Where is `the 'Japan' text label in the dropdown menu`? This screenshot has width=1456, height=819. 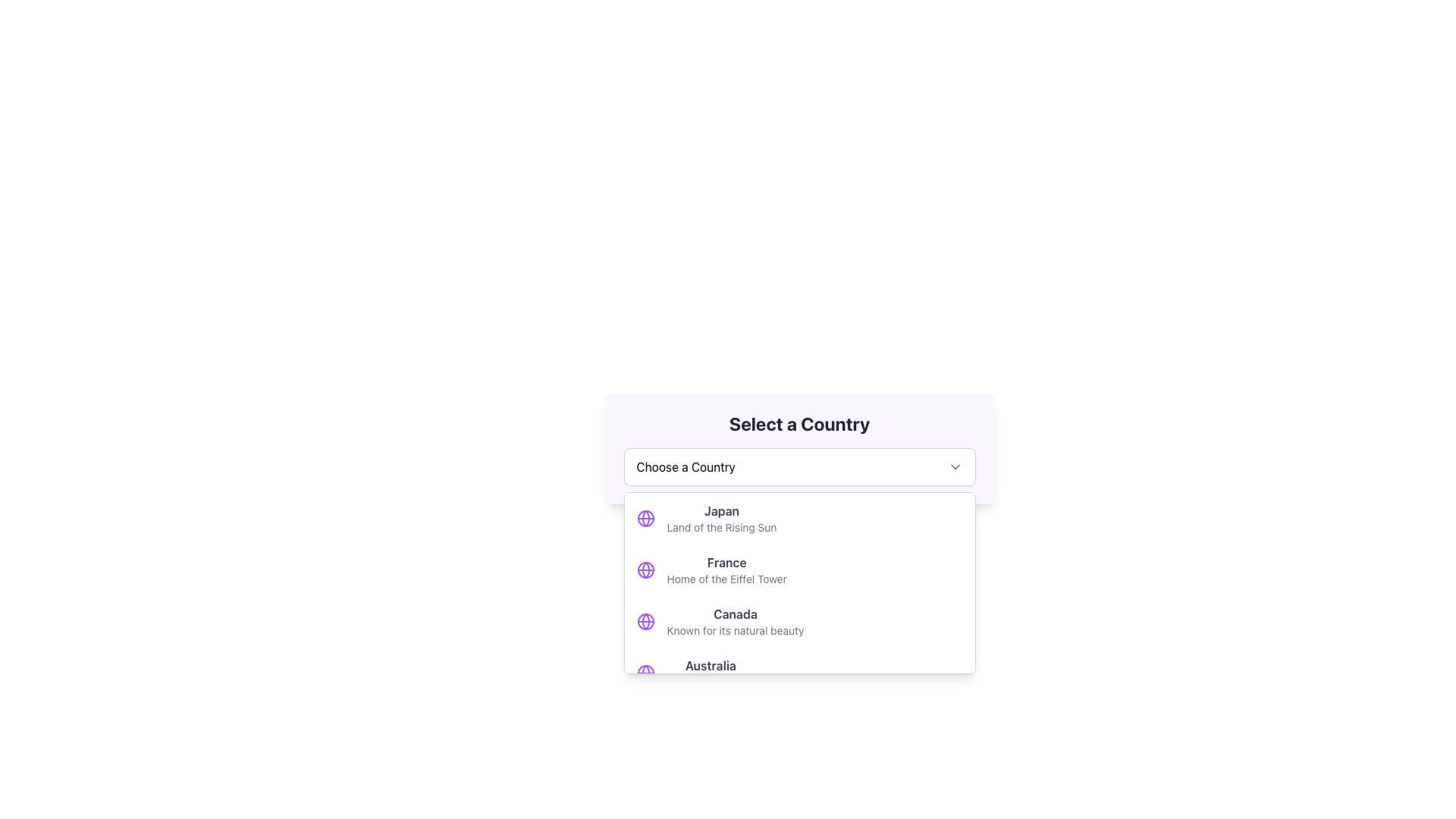 the 'Japan' text label in the dropdown menu is located at coordinates (720, 511).